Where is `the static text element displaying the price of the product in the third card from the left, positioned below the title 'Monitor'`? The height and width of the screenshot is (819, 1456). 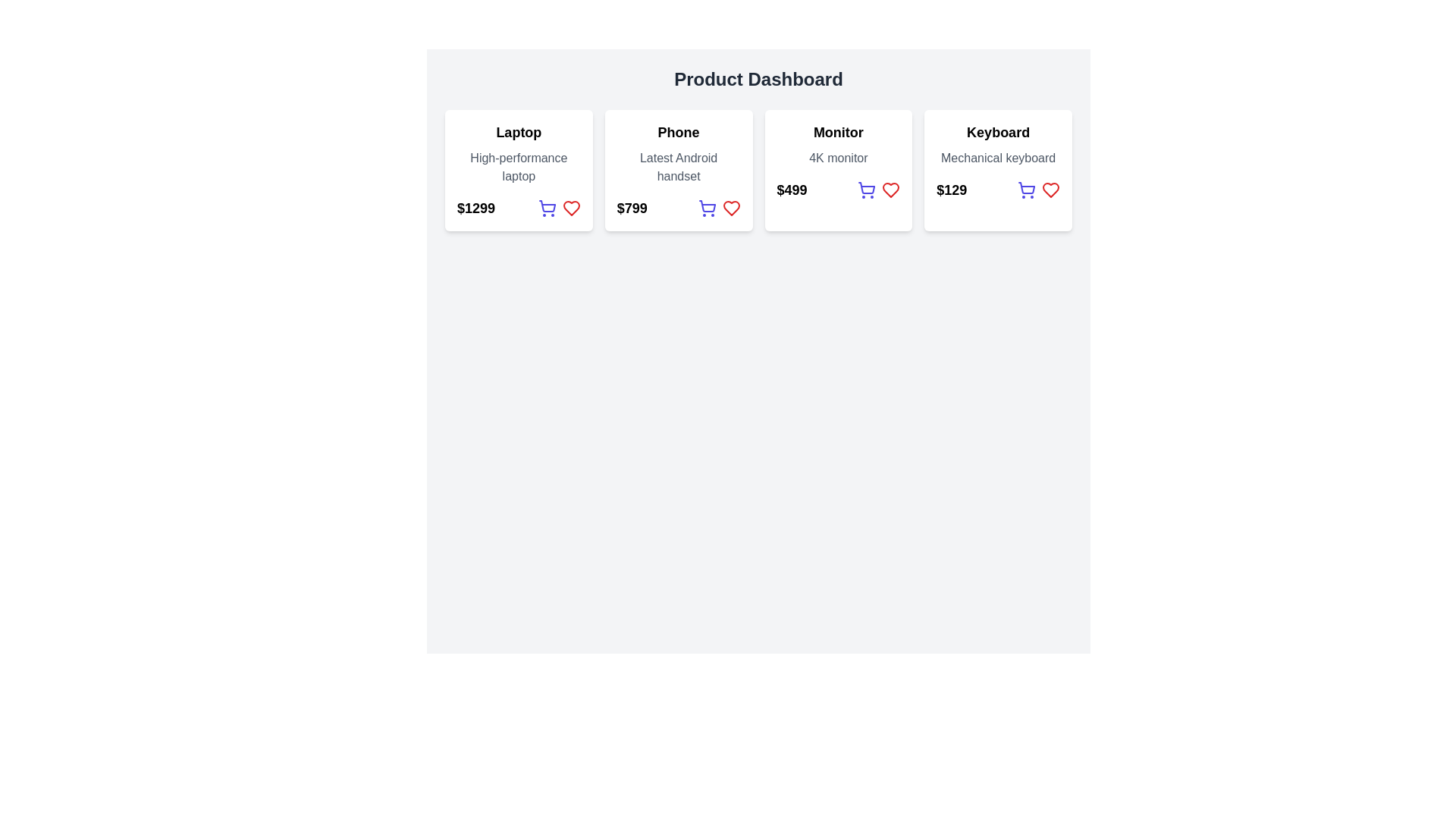
the static text element displaying the price of the product in the third card from the left, positioned below the title 'Monitor' is located at coordinates (791, 189).